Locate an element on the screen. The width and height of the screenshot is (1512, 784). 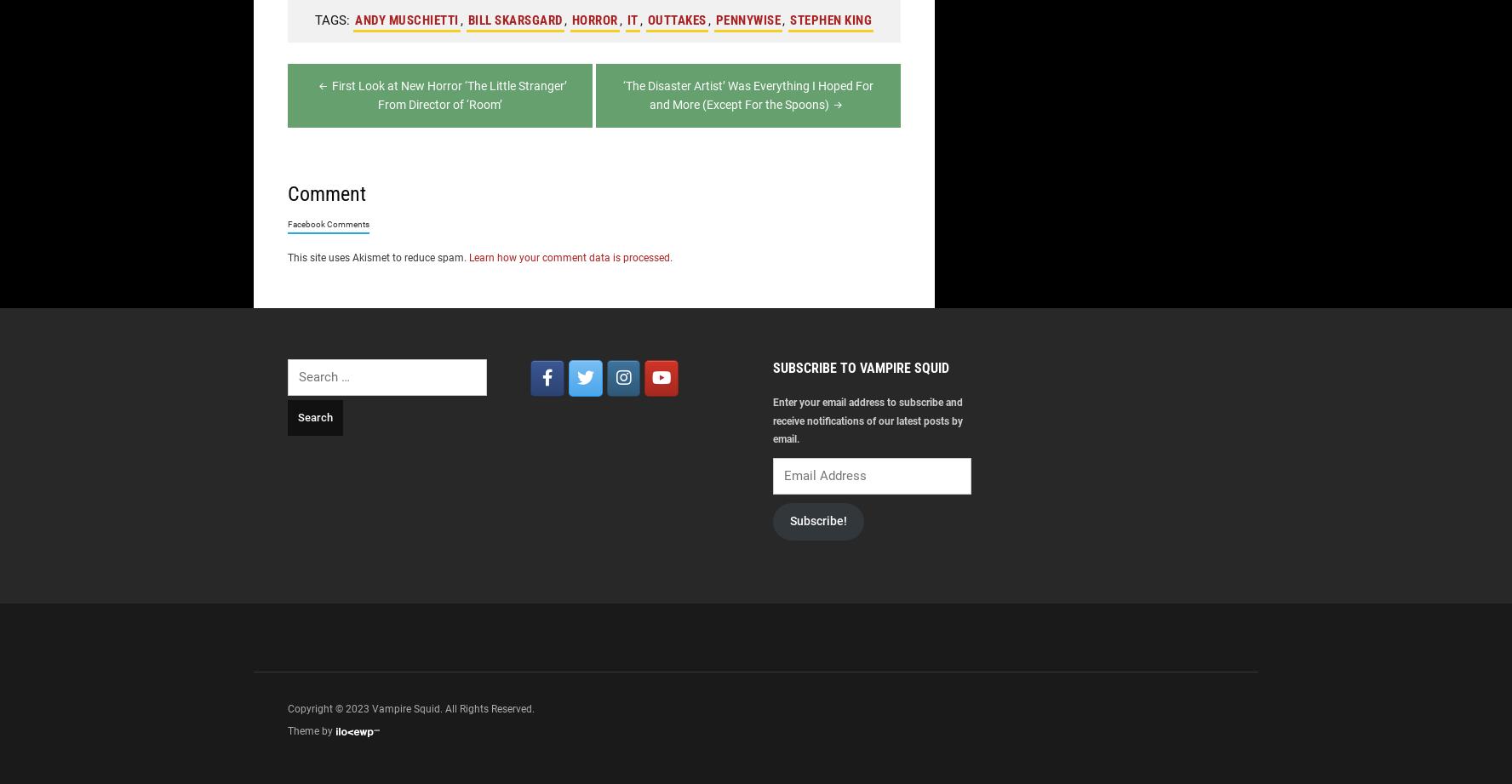
'Copyright © 2023 Vampire Squid. All Rights Reserved.' is located at coordinates (410, 707).